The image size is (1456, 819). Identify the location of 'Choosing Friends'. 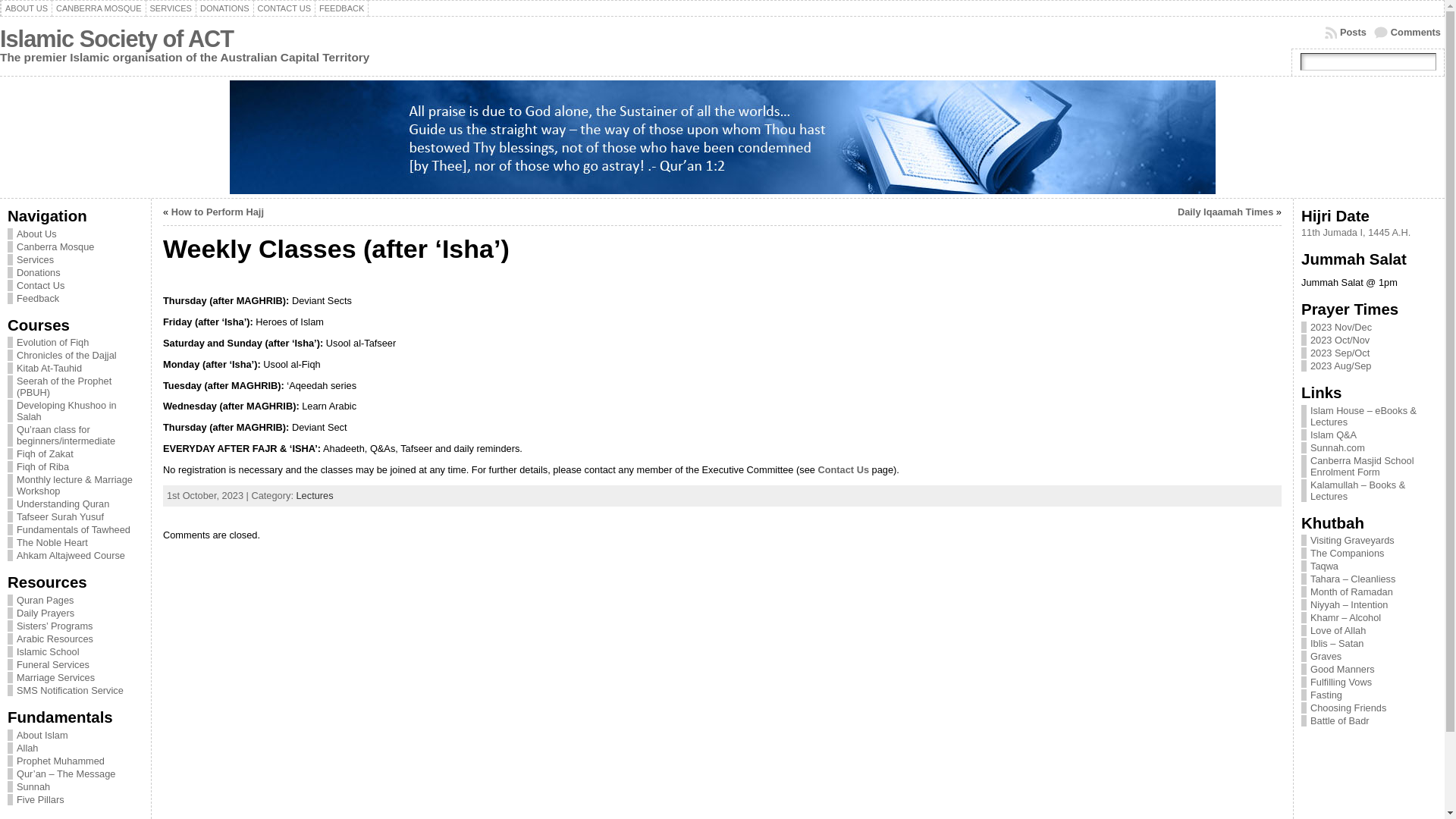
(1348, 708).